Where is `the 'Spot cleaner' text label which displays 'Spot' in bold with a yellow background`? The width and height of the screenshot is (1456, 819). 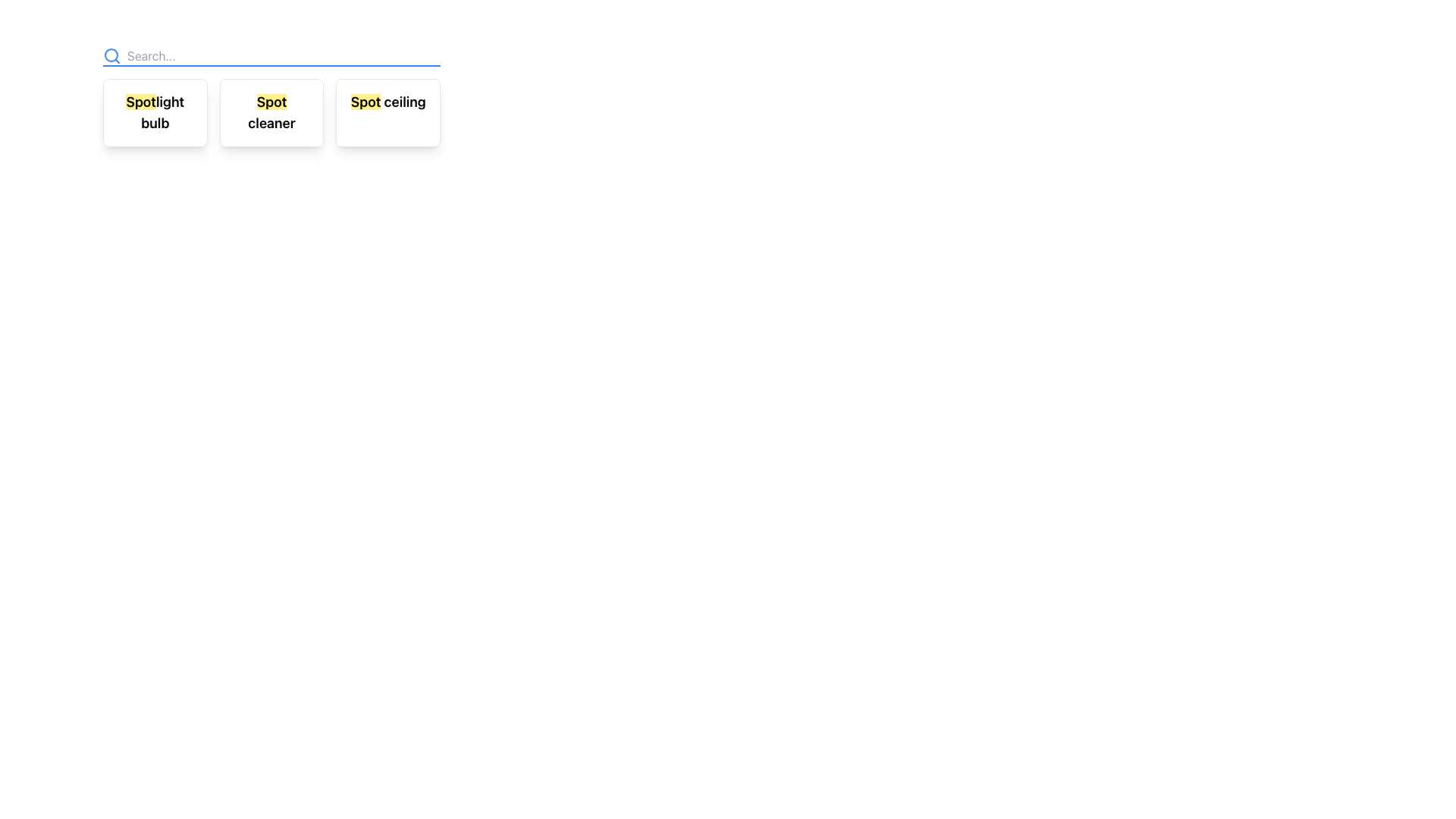
the 'Spot cleaner' text label which displays 'Spot' in bold with a yellow background is located at coordinates (271, 112).